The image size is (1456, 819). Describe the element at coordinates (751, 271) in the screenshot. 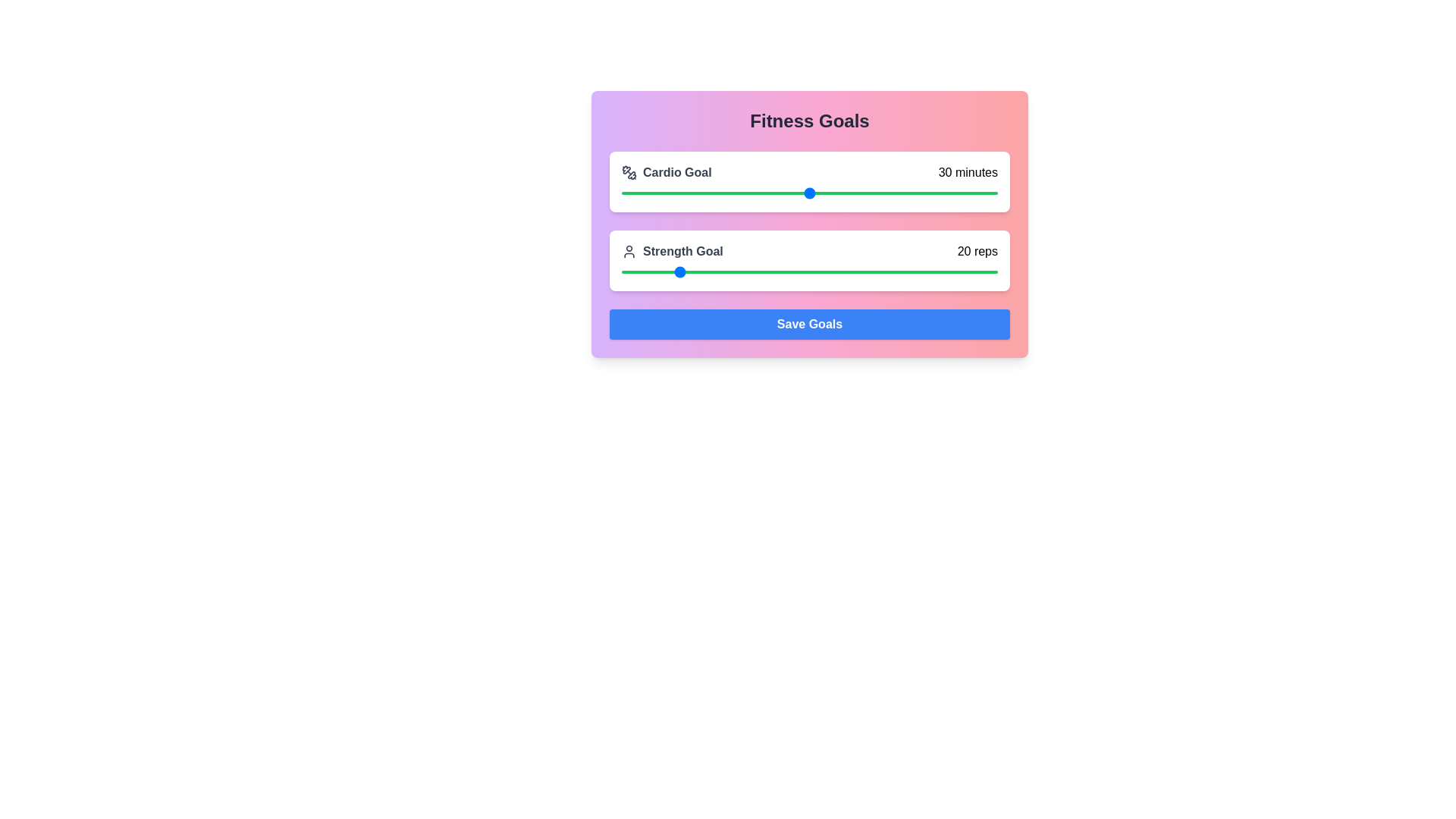

I see `the strength goal` at that location.